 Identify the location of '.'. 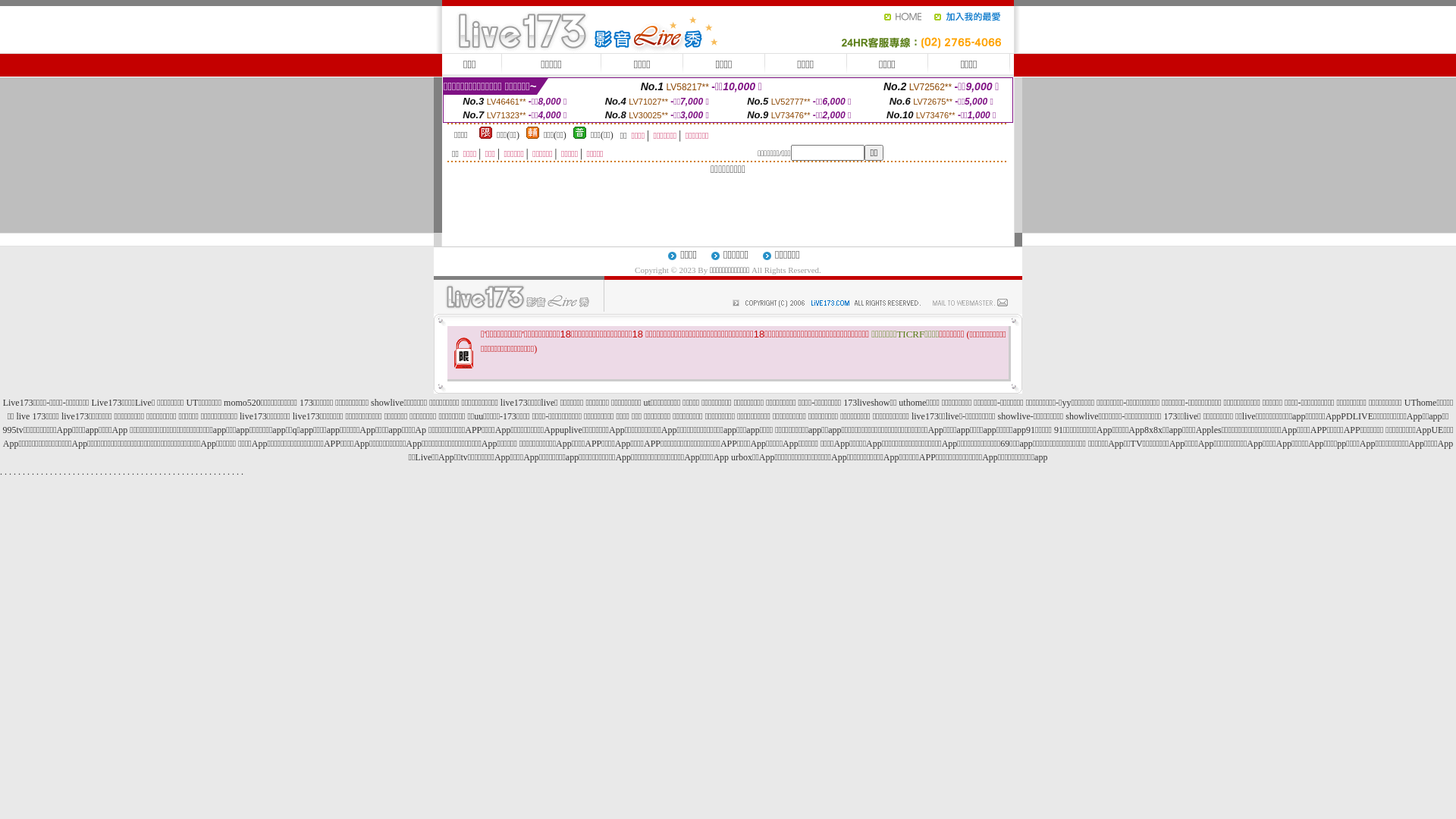
(91, 470).